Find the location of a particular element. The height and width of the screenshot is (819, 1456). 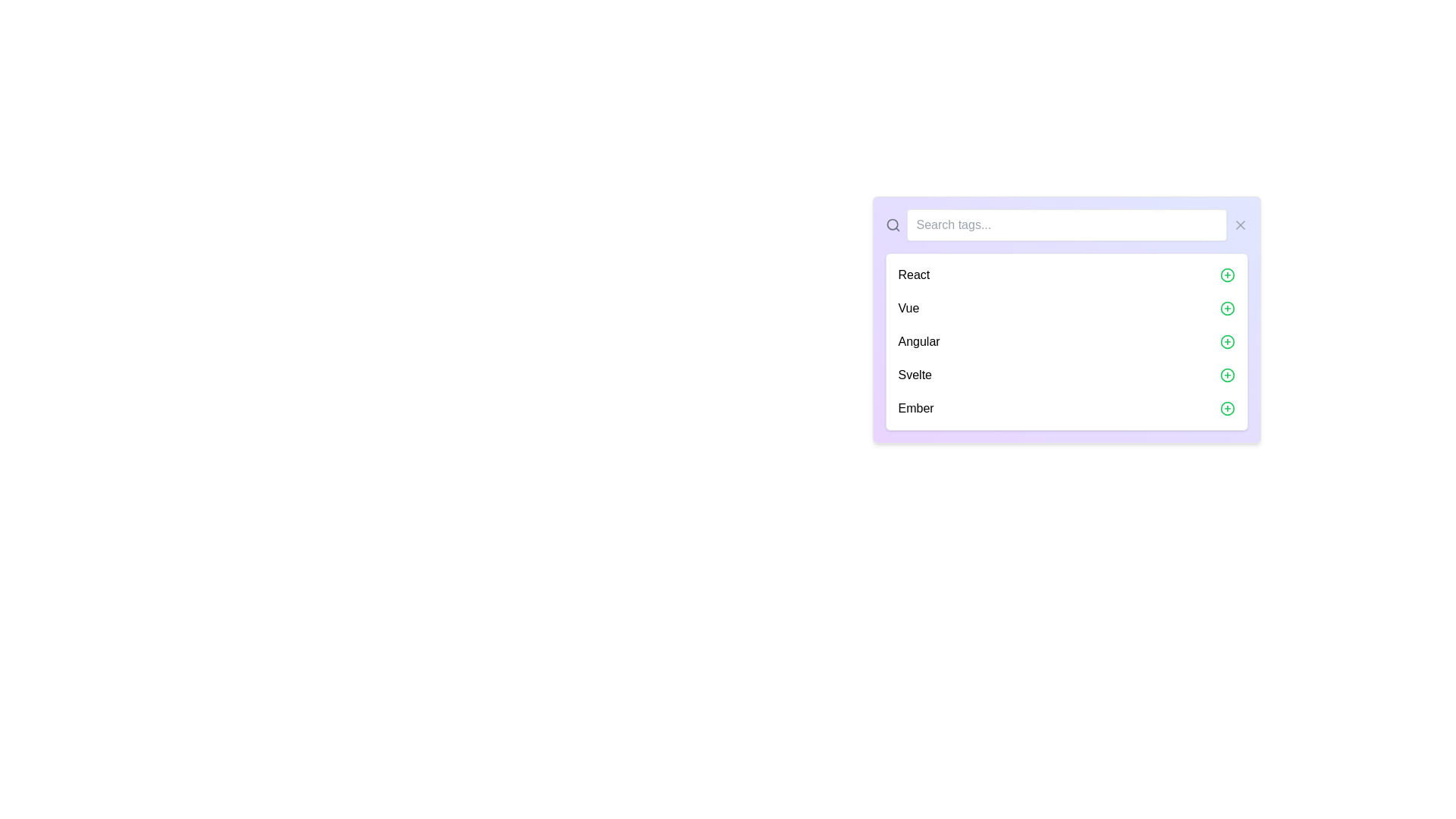

the circular green button with a plus sign is located at coordinates (1227, 308).